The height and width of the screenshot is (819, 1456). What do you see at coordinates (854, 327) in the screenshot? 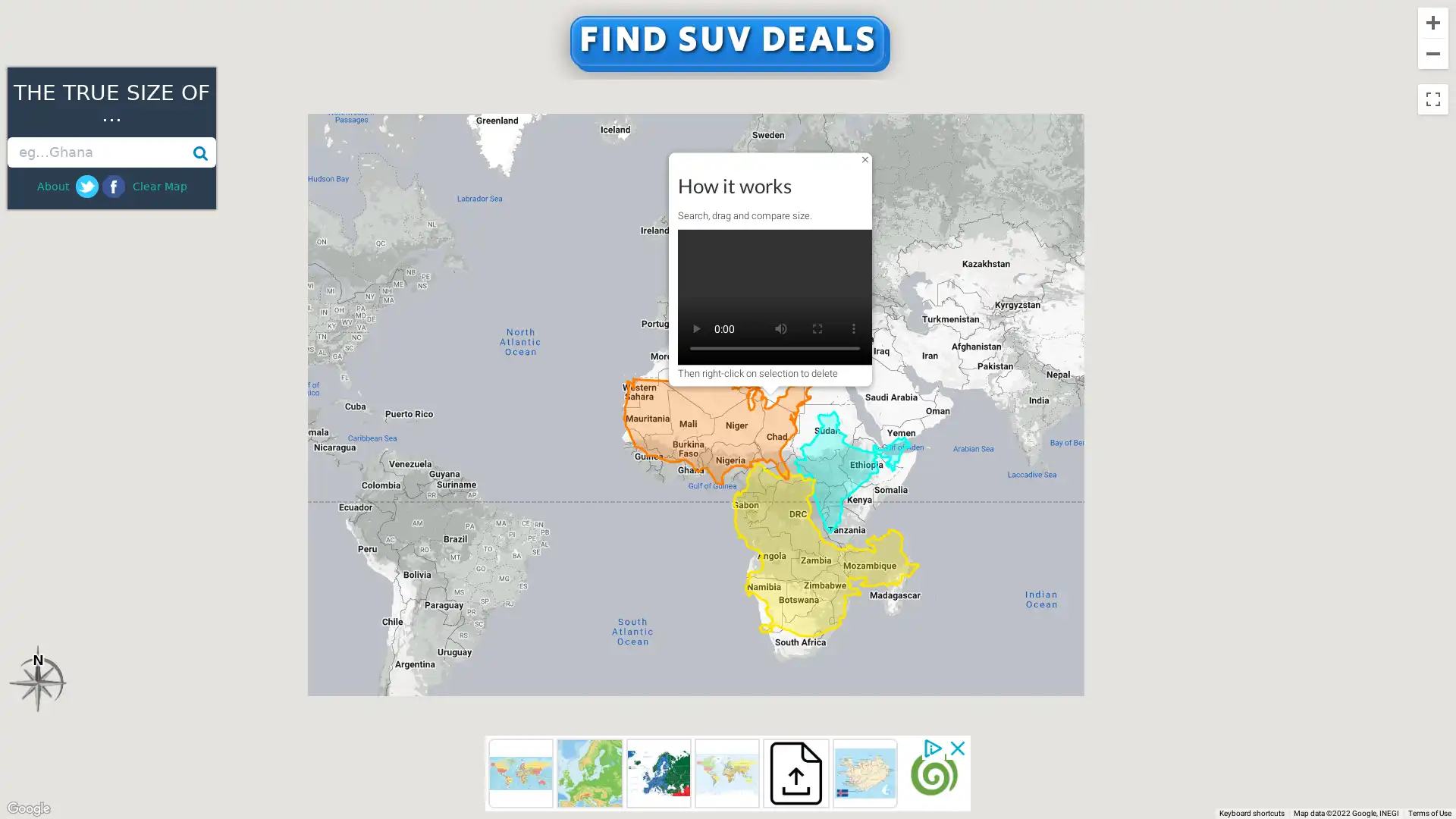
I see `show more media controls` at bounding box center [854, 327].